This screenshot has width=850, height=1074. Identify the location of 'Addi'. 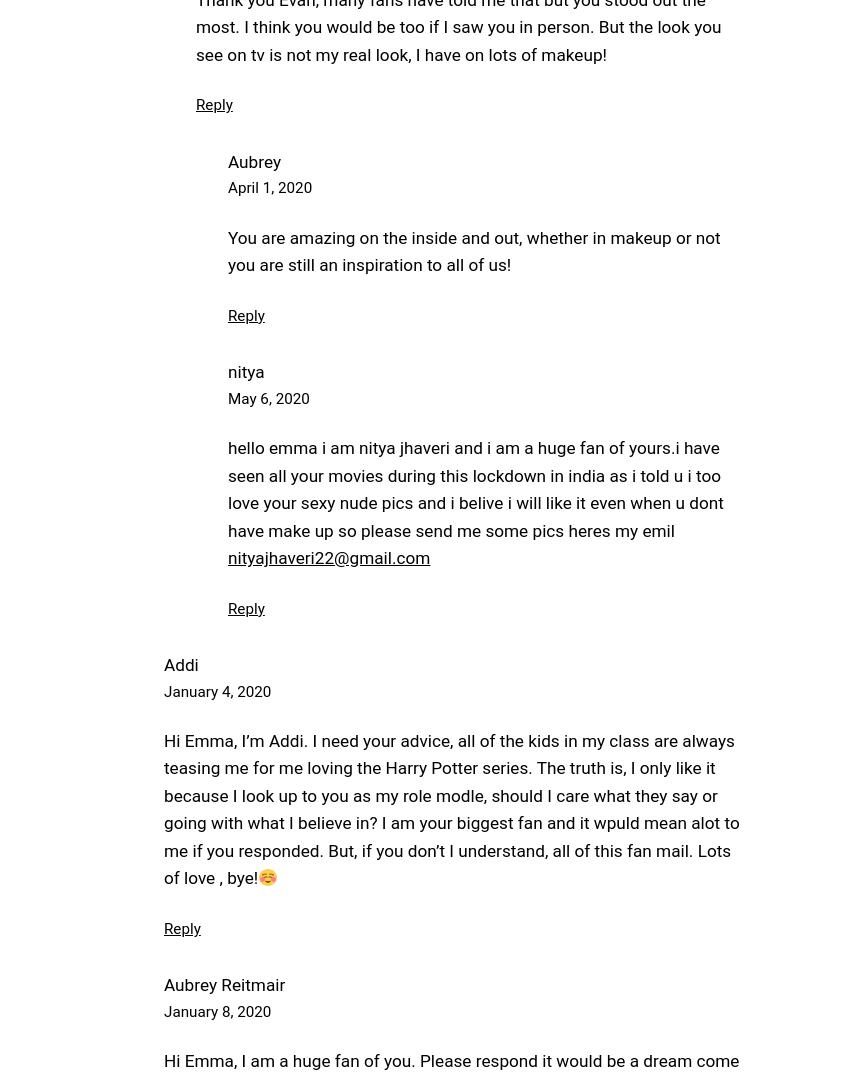
(179, 664).